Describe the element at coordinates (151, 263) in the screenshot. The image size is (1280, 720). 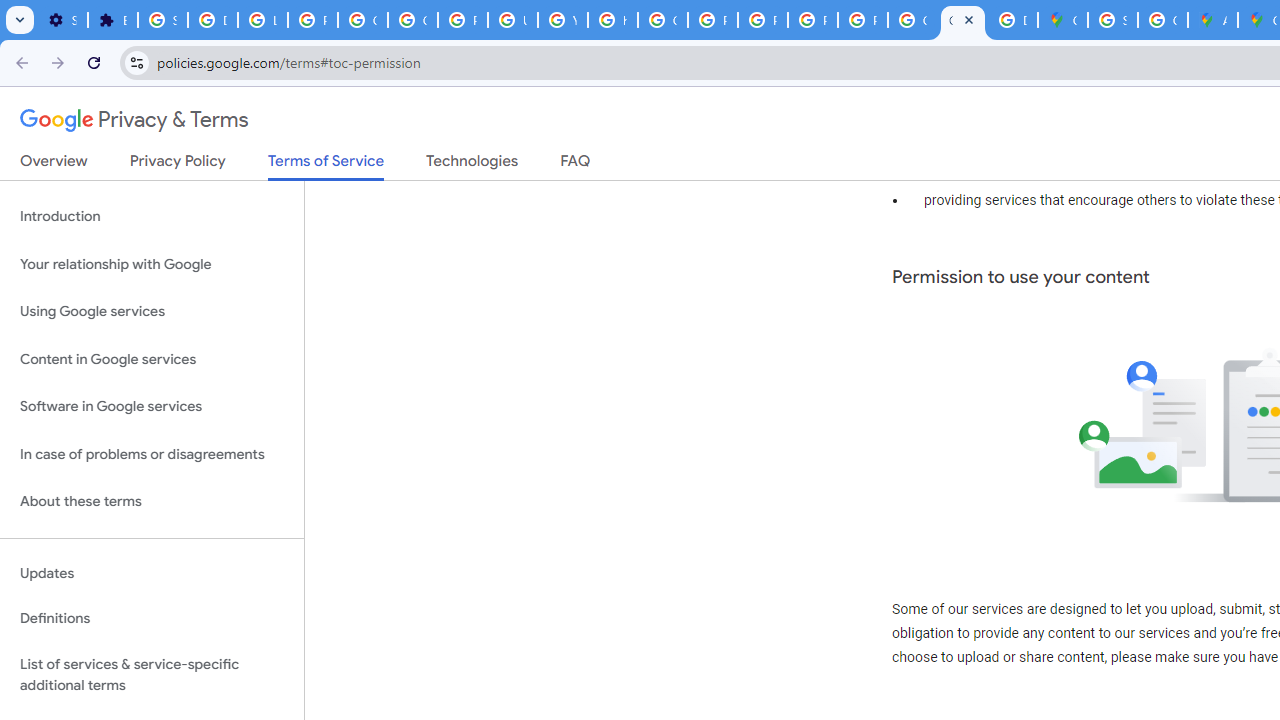
I see `'Your relationship with Google'` at that location.